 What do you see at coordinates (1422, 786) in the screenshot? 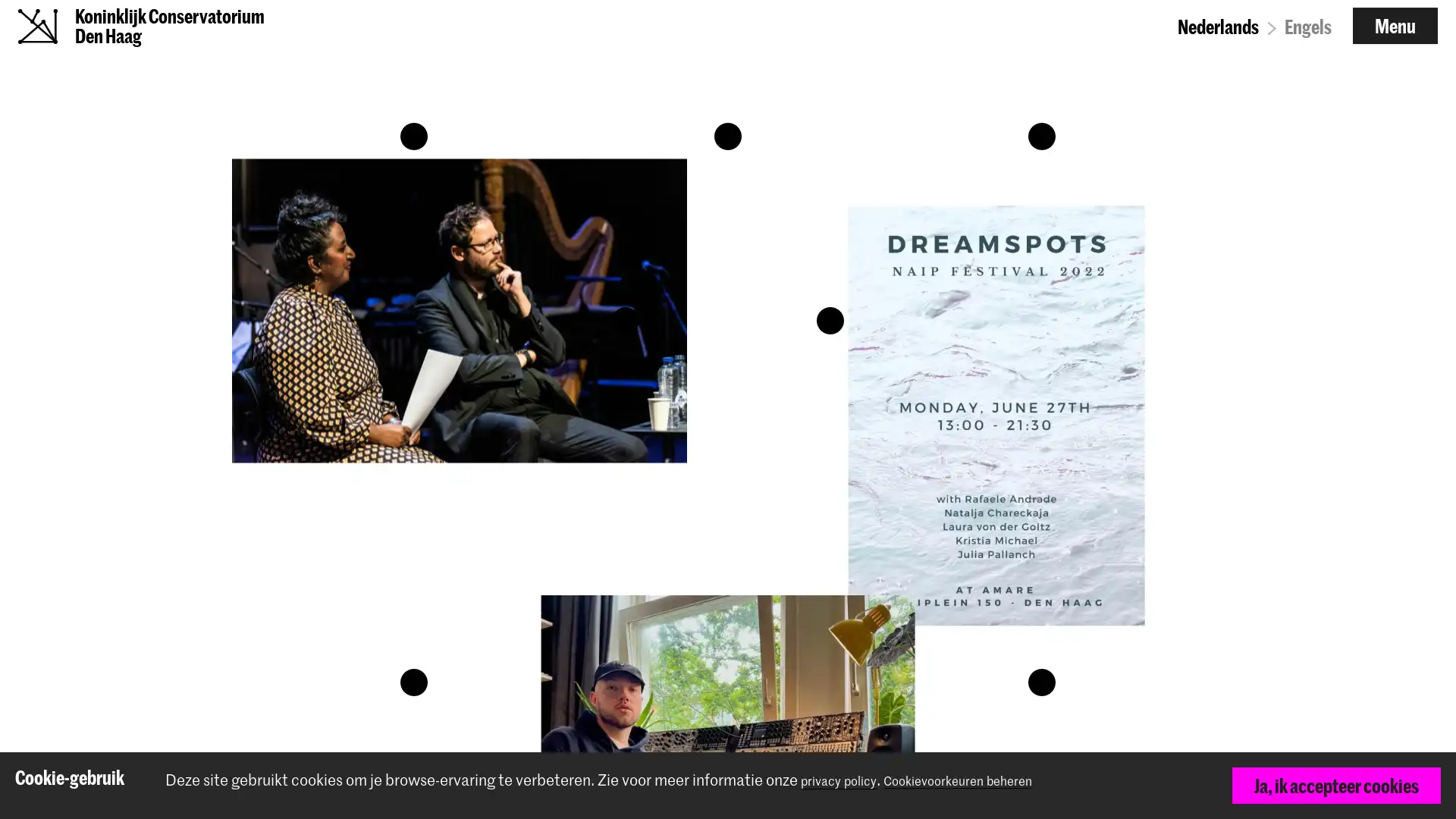
I see `Hide notifications` at bounding box center [1422, 786].